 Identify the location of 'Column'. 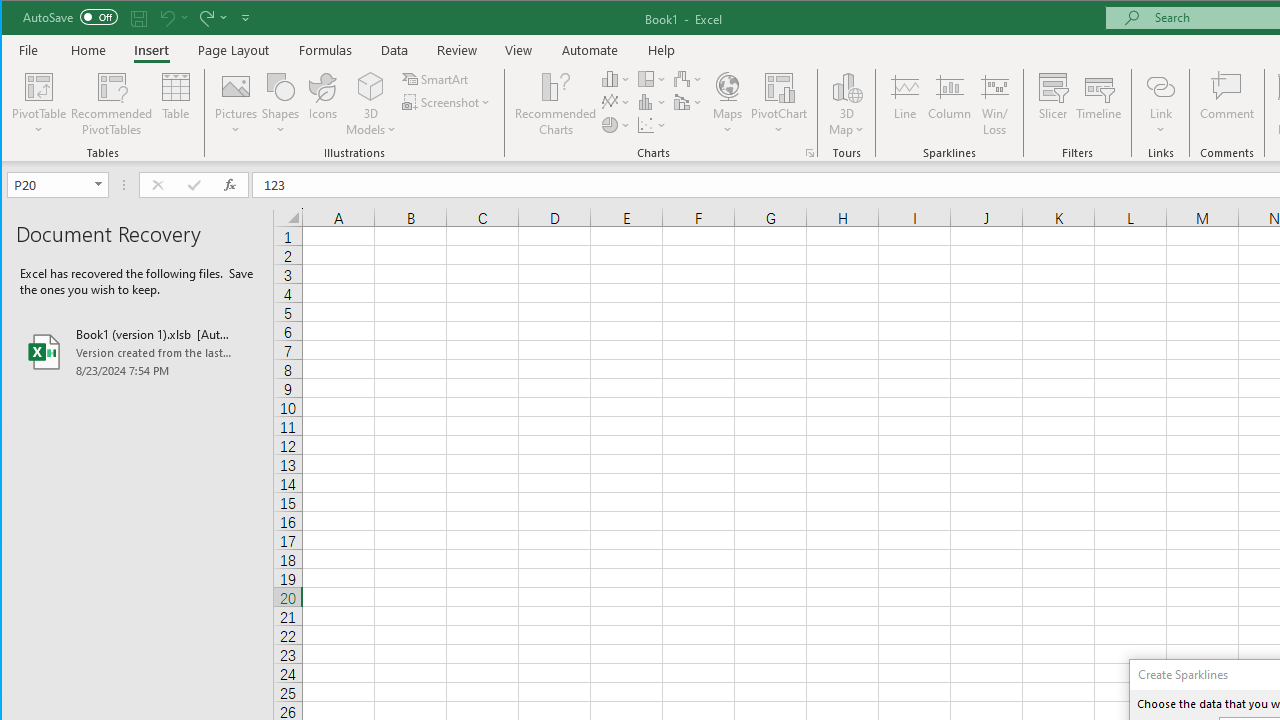
(948, 104).